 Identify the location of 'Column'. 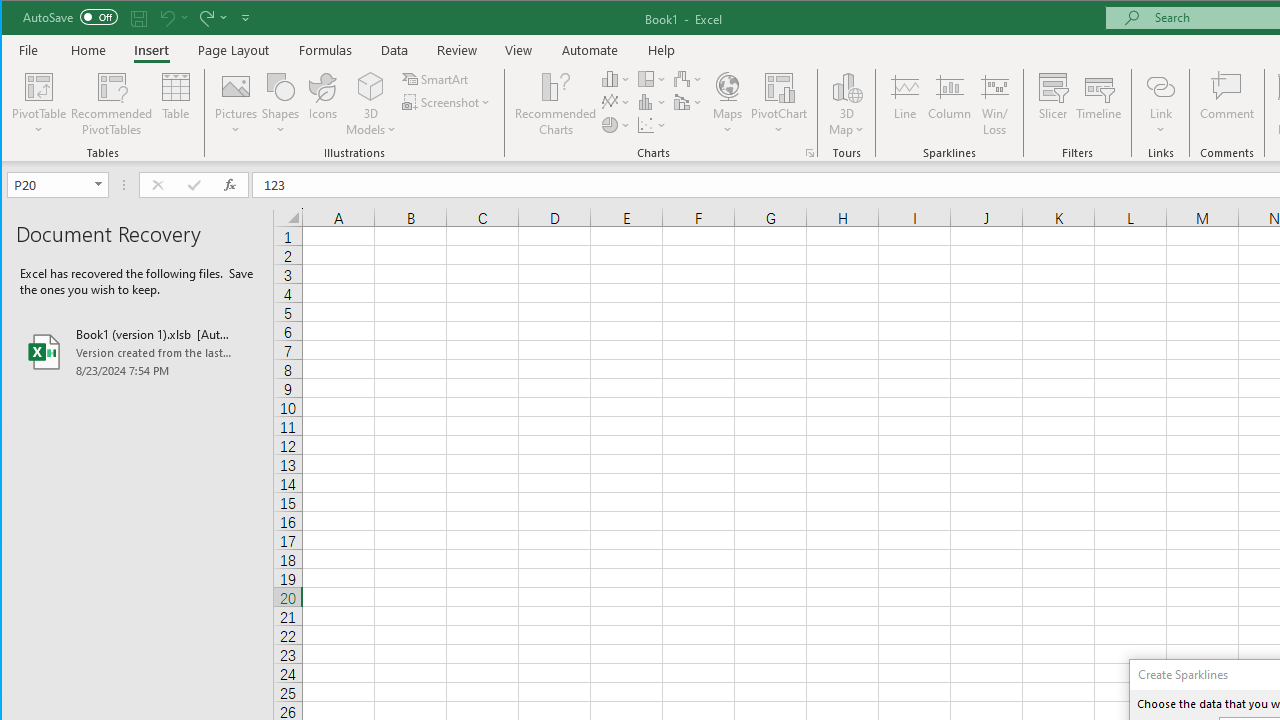
(948, 104).